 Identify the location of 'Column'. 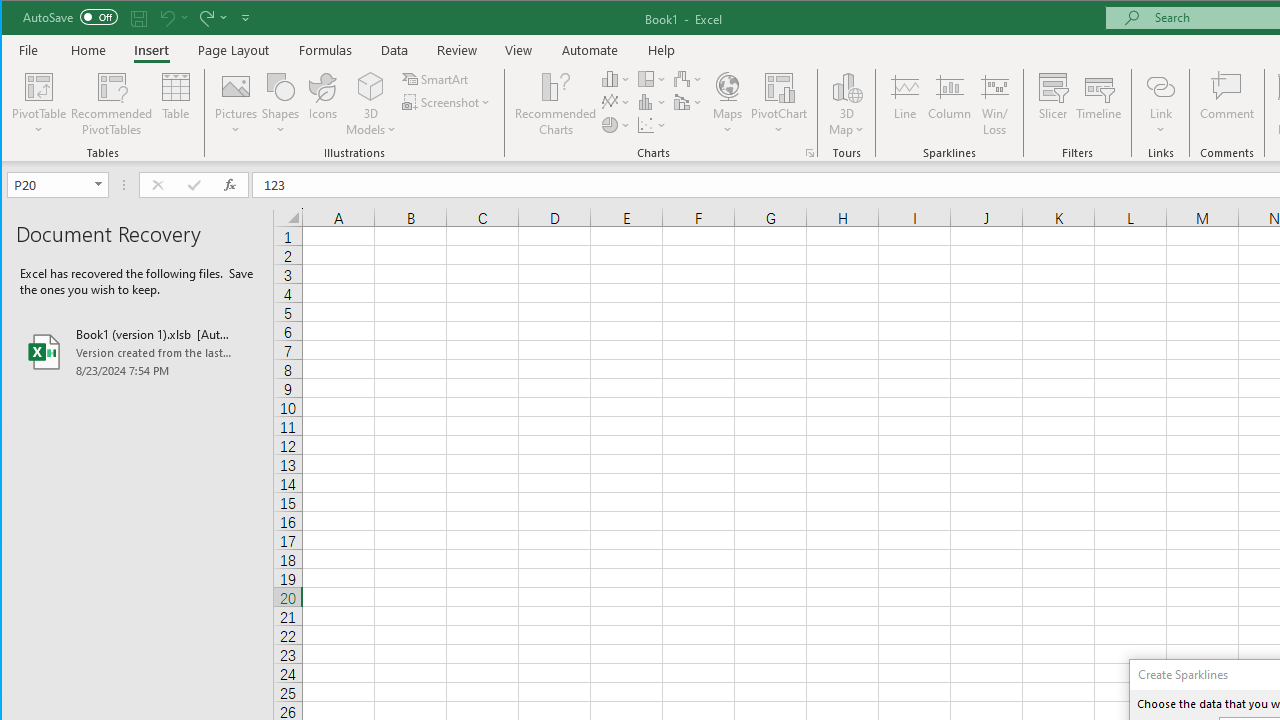
(948, 104).